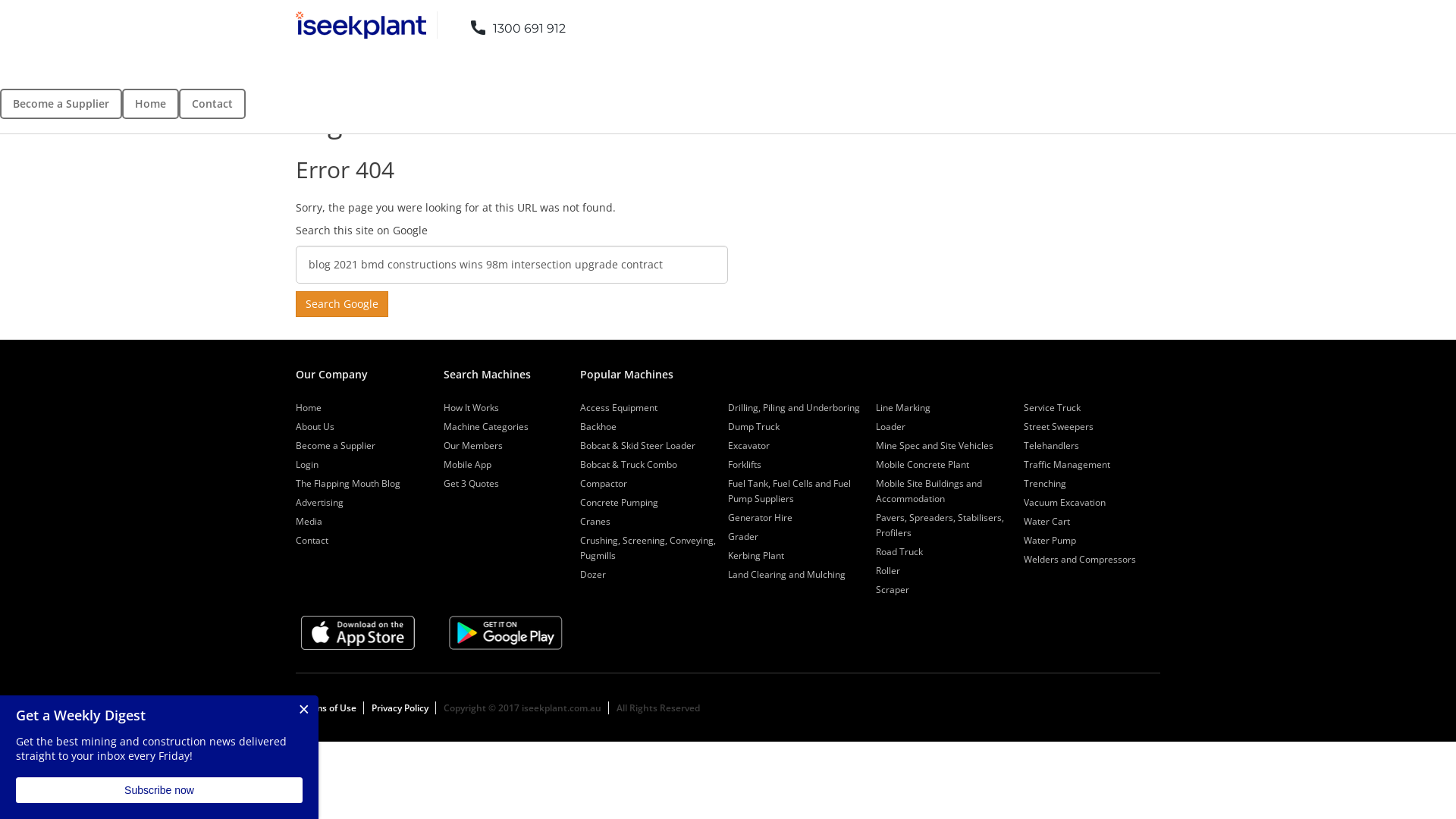 The width and height of the screenshot is (1456, 819). Describe the element at coordinates (603, 483) in the screenshot. I see `'Compactor'` at that location.